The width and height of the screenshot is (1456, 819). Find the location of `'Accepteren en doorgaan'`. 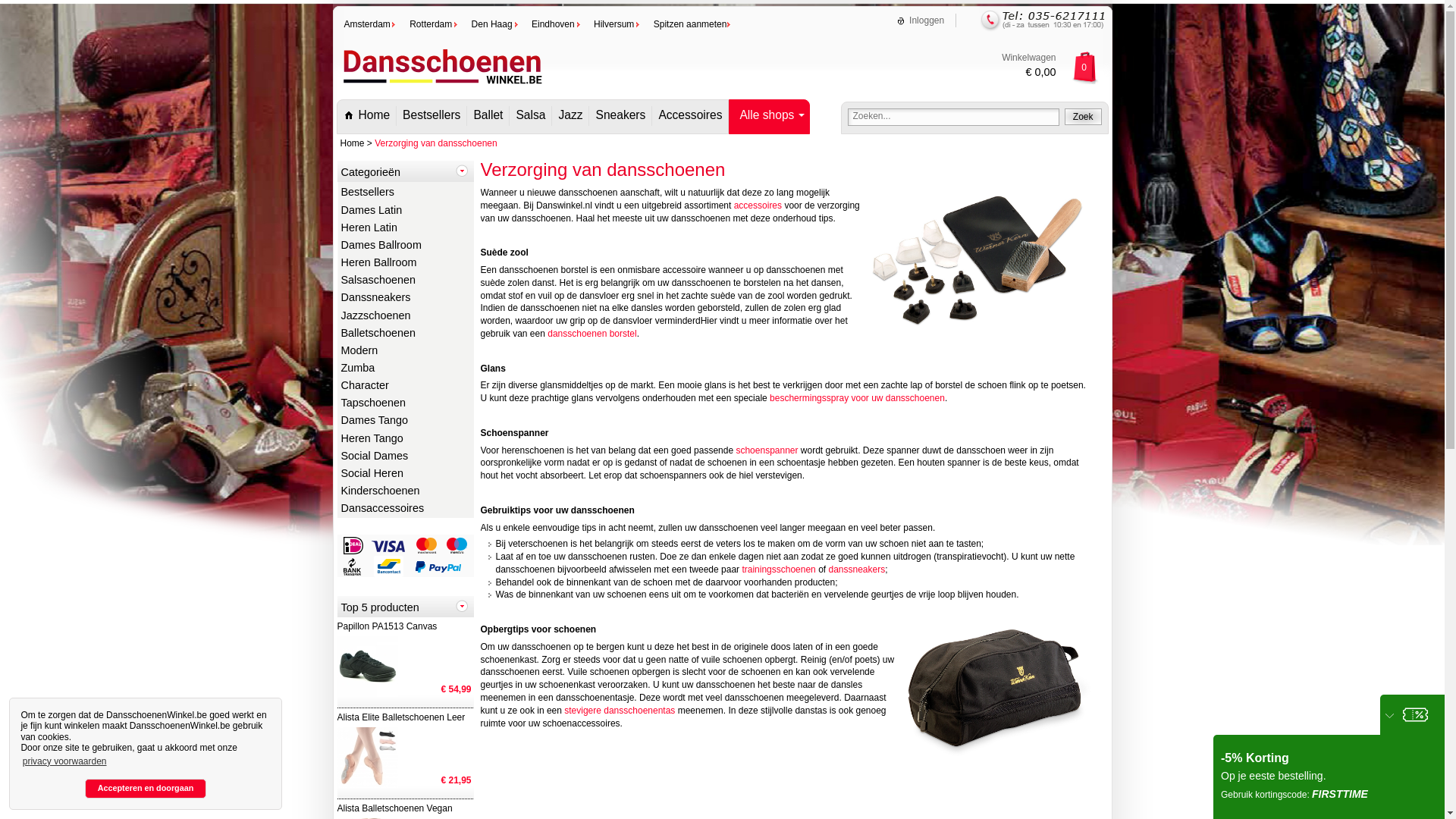

'Accepteren en doorgaan' is located at coordinates (145, 788).